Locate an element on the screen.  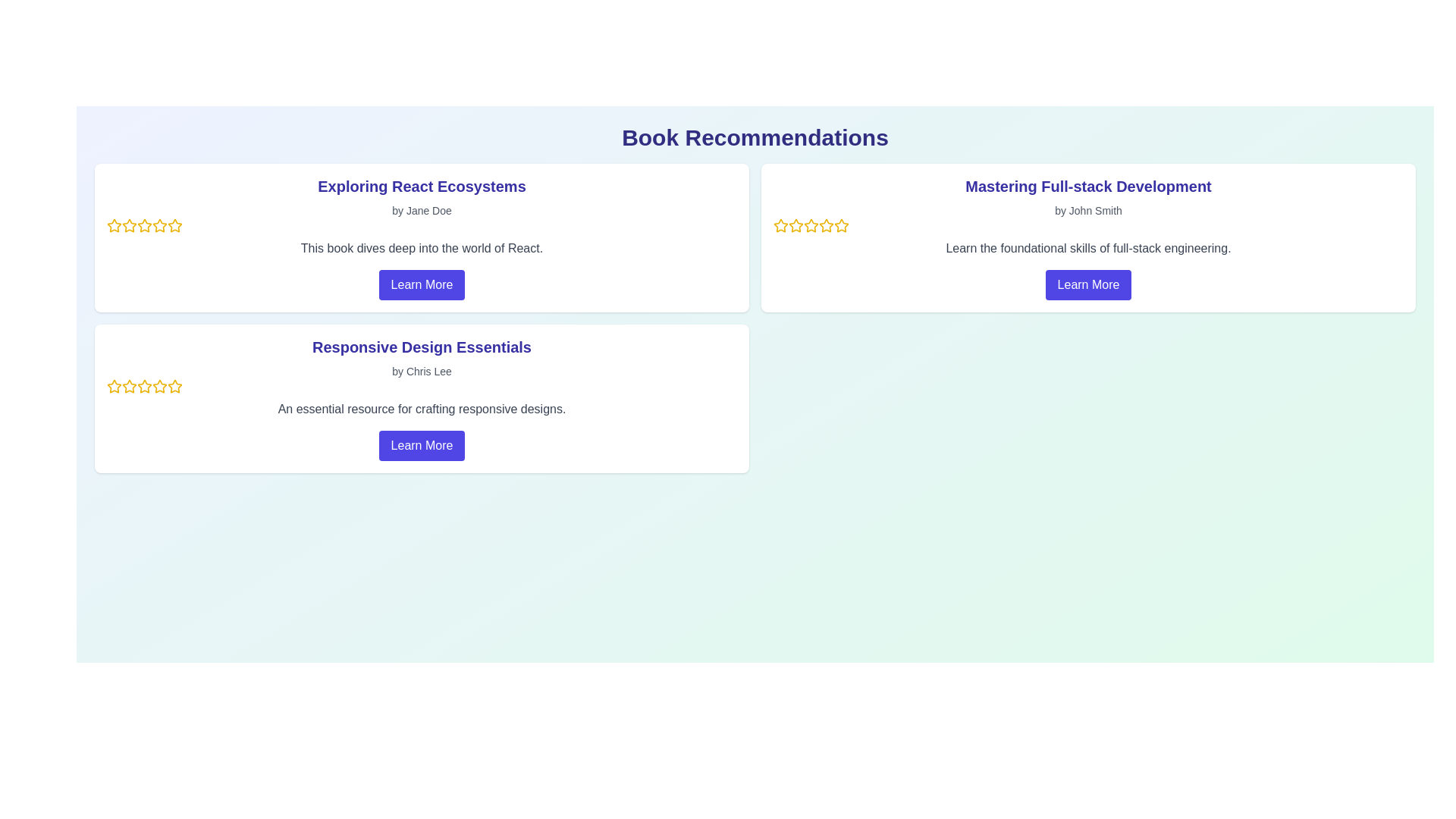
the fifth yellow star icon in the rating widget for 'Responsive Design Essentials' is located at coordinates (145, 385).